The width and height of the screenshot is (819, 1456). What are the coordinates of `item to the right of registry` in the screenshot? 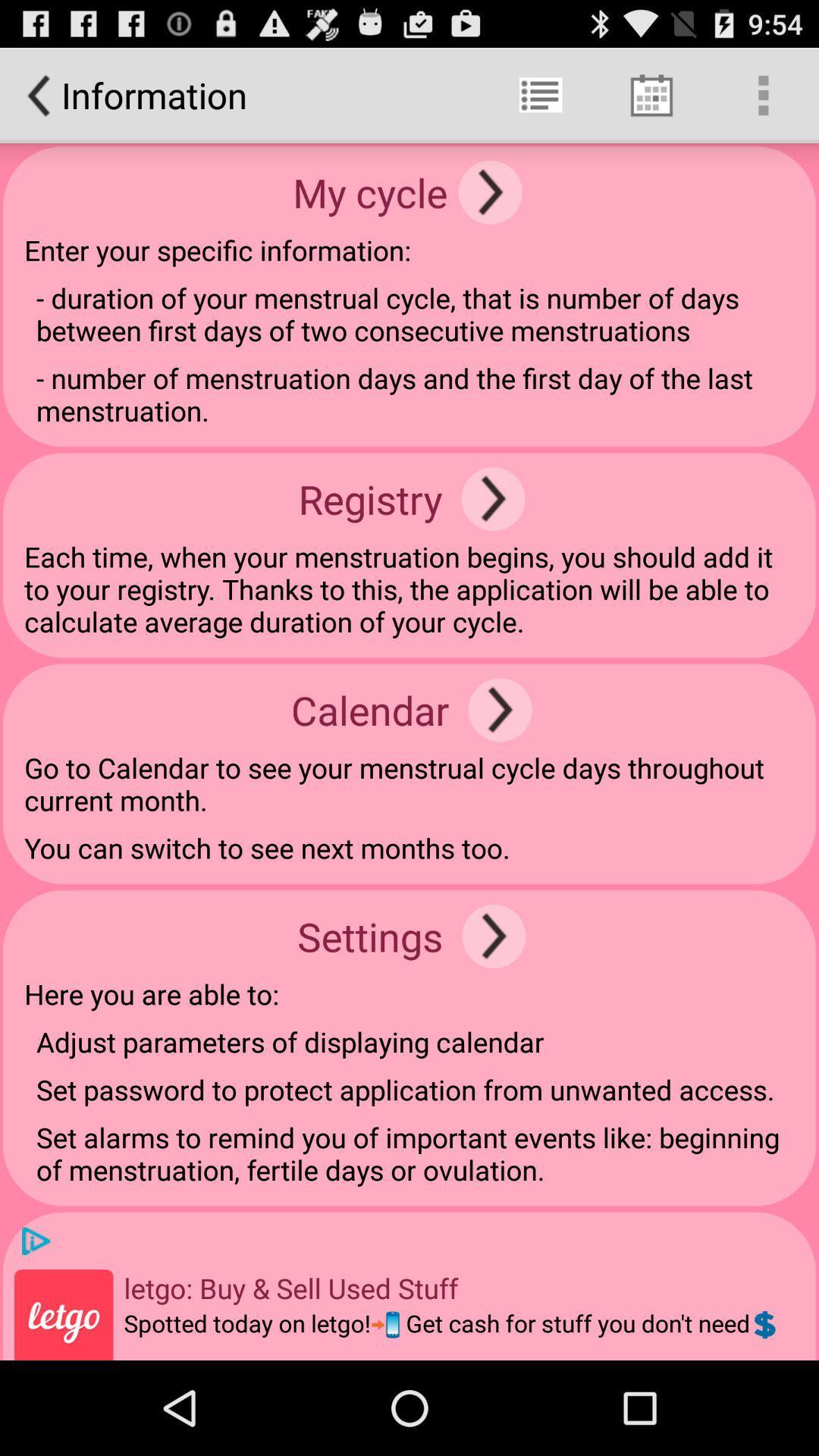 It's located at (493, 499).